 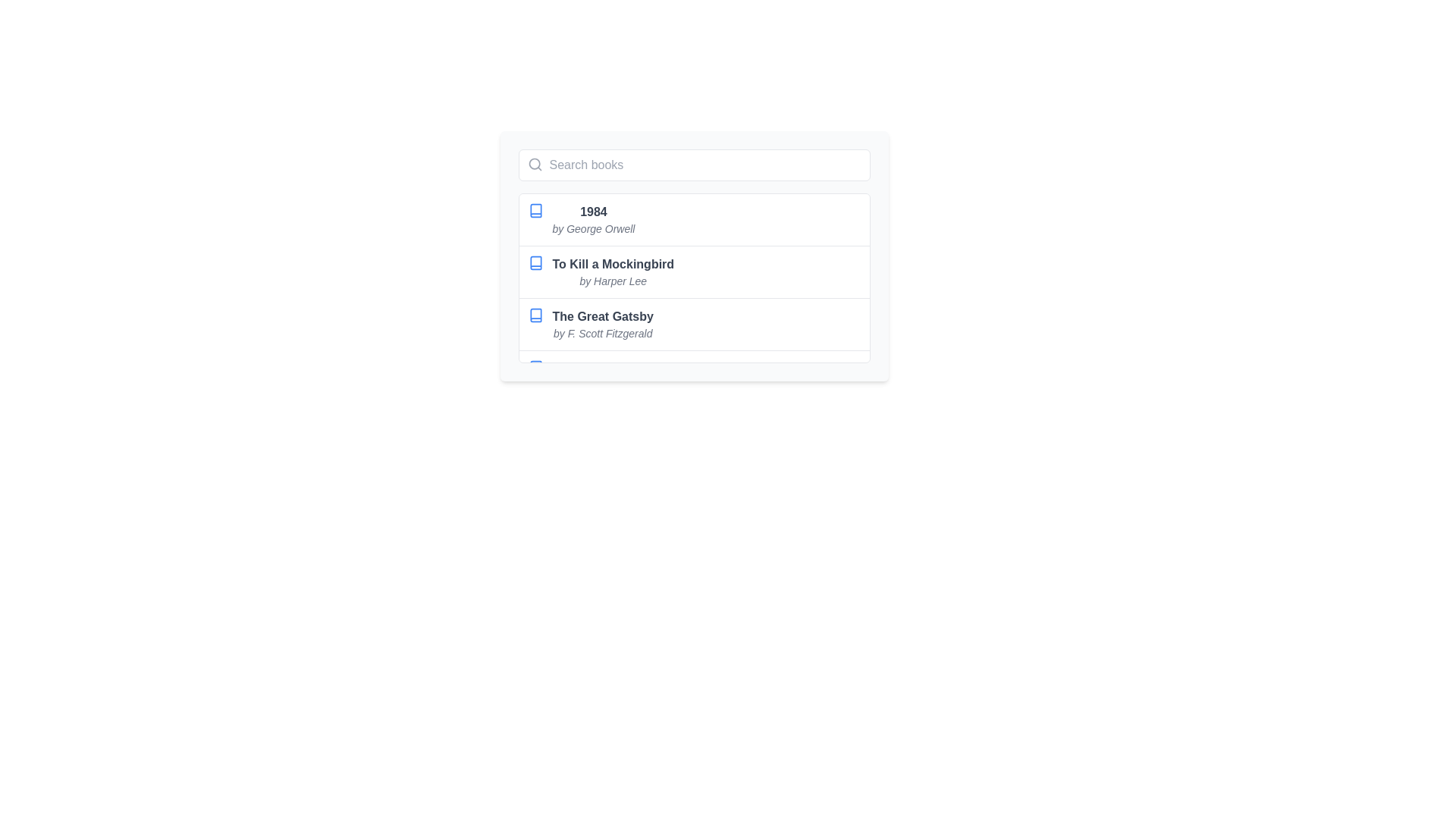 I want to click on the selectable option for 'The Great Gatsby' in the list of book options, so click(x=693, y=323).